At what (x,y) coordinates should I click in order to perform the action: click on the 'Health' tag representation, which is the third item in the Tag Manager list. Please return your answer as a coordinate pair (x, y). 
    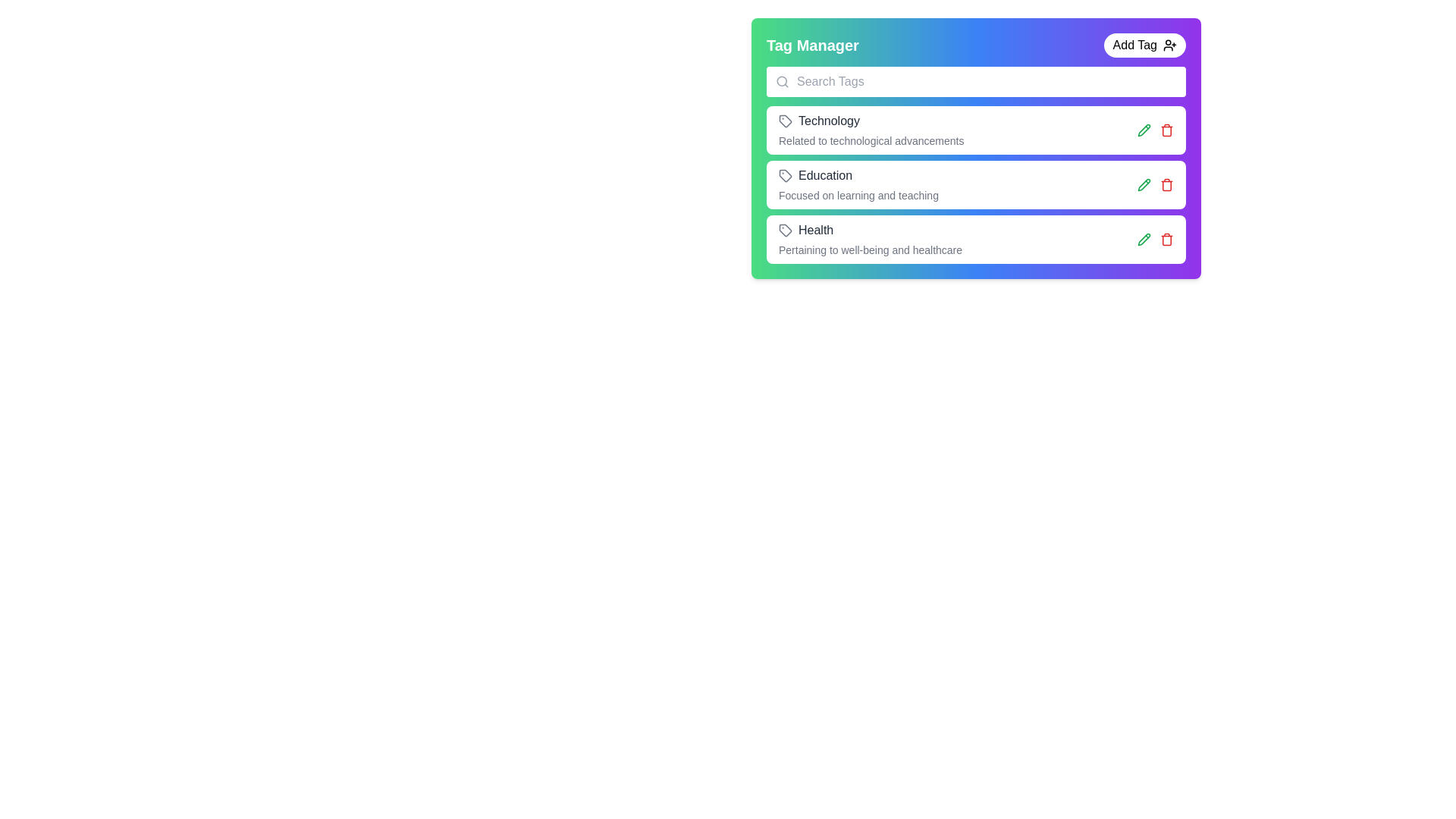
    Looking at the image, I should click on (870, 231).